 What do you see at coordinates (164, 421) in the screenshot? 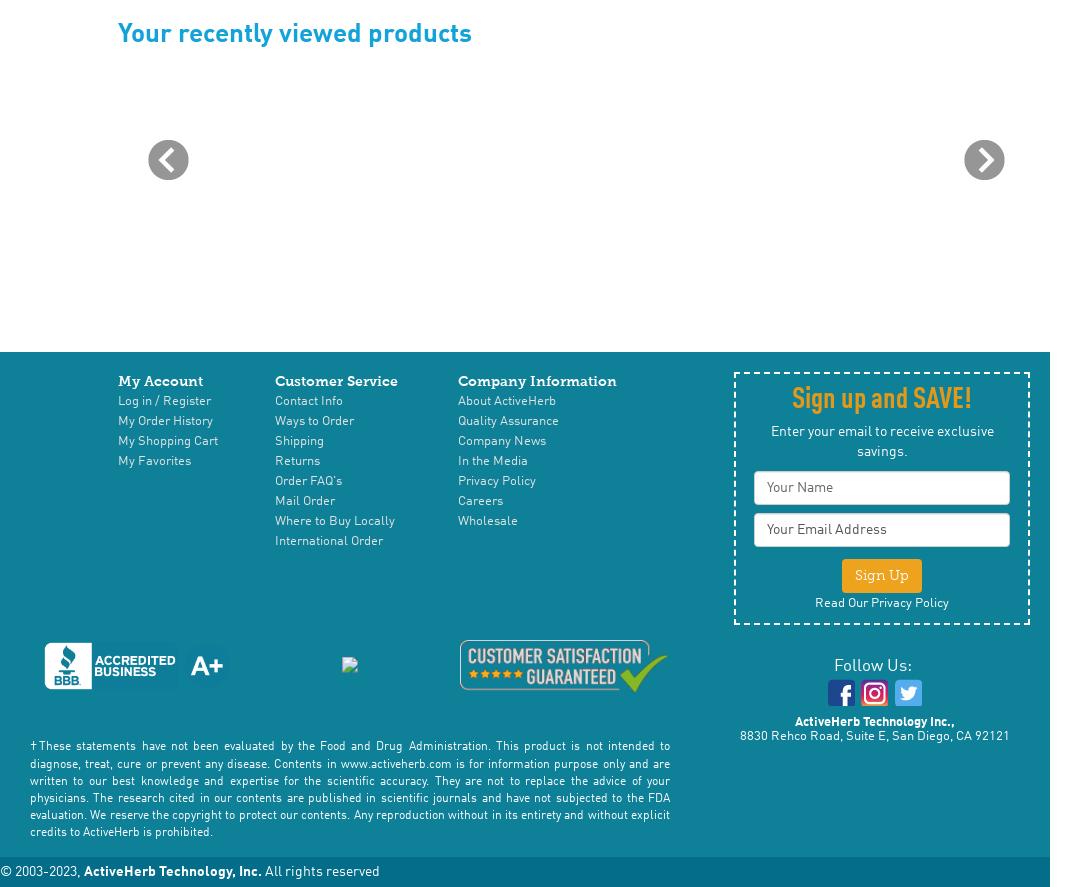
I see `'My Order History'` at bounding box center [164, 421].